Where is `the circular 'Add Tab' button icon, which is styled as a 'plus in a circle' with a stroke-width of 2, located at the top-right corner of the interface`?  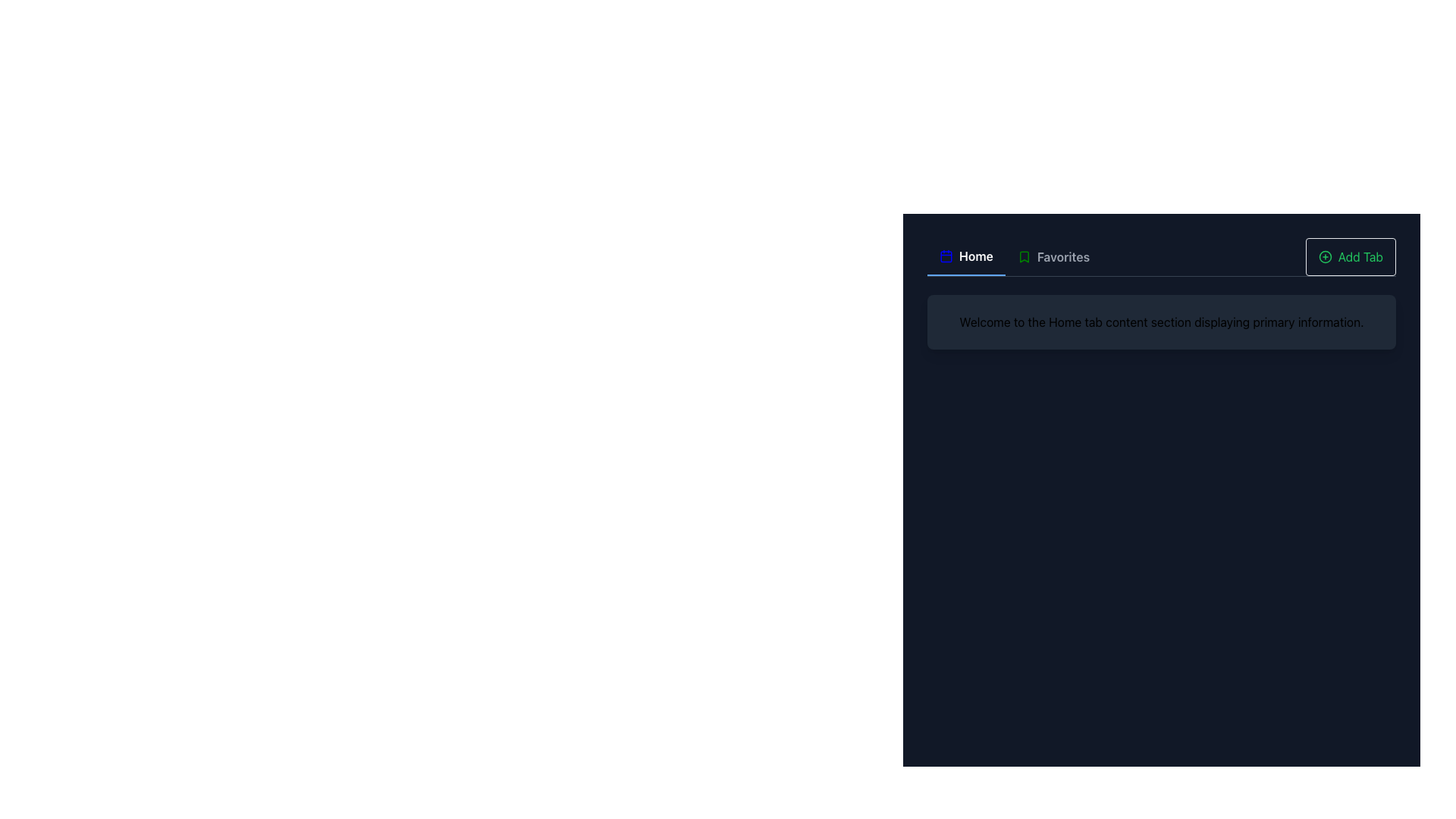
the circular 'Add Tab' button icon, which is styled as a 'plus in a circle' with a stroke-width of 2, located at the top-right corner of the interface is located at coordinates (1324, 256).